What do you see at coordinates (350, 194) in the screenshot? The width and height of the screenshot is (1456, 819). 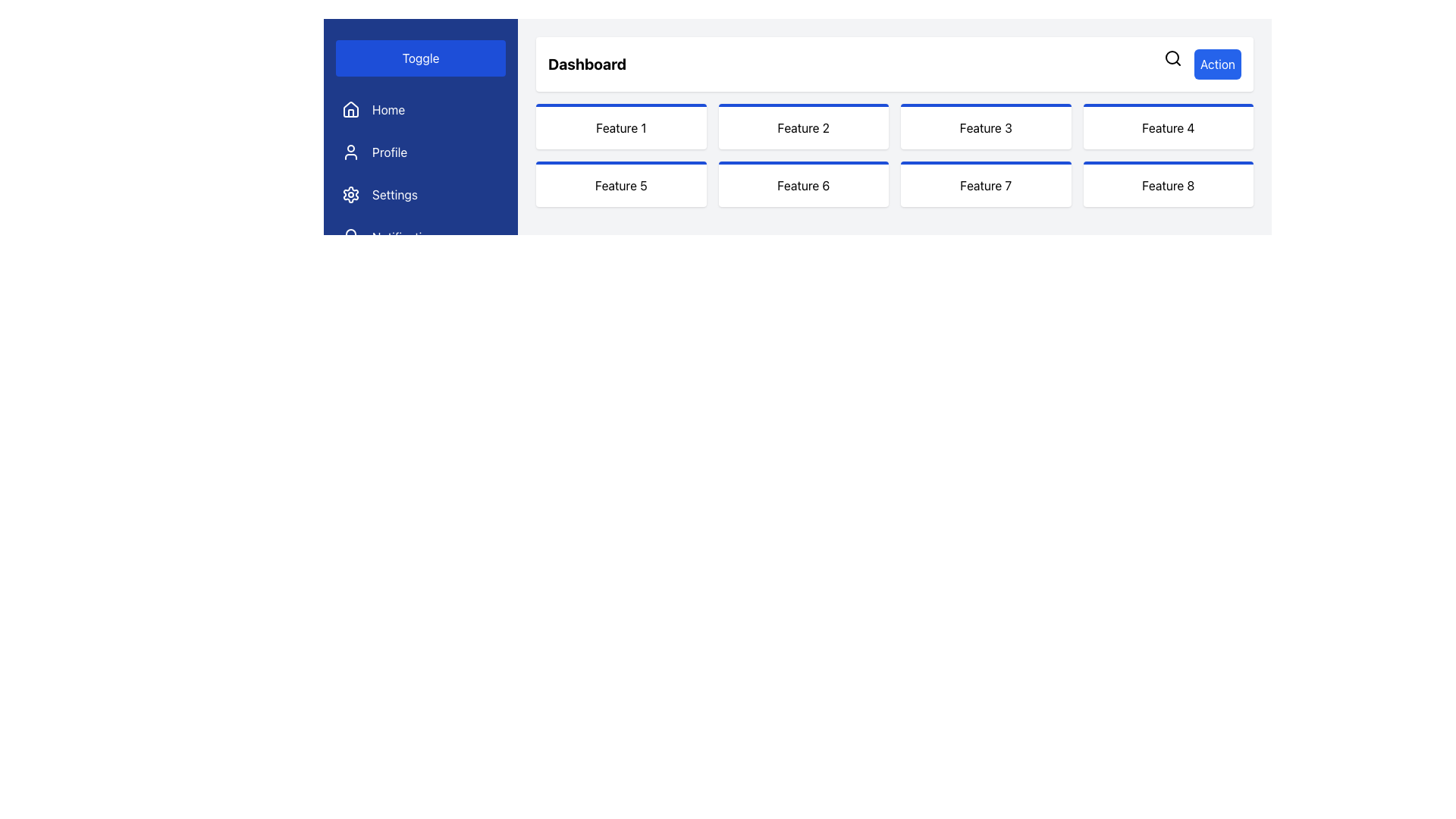 I see `the settings icon located in the navigation sidebar, positioned between the 'Profile' and 'Notifications' options` at bounding box center [350, 194].